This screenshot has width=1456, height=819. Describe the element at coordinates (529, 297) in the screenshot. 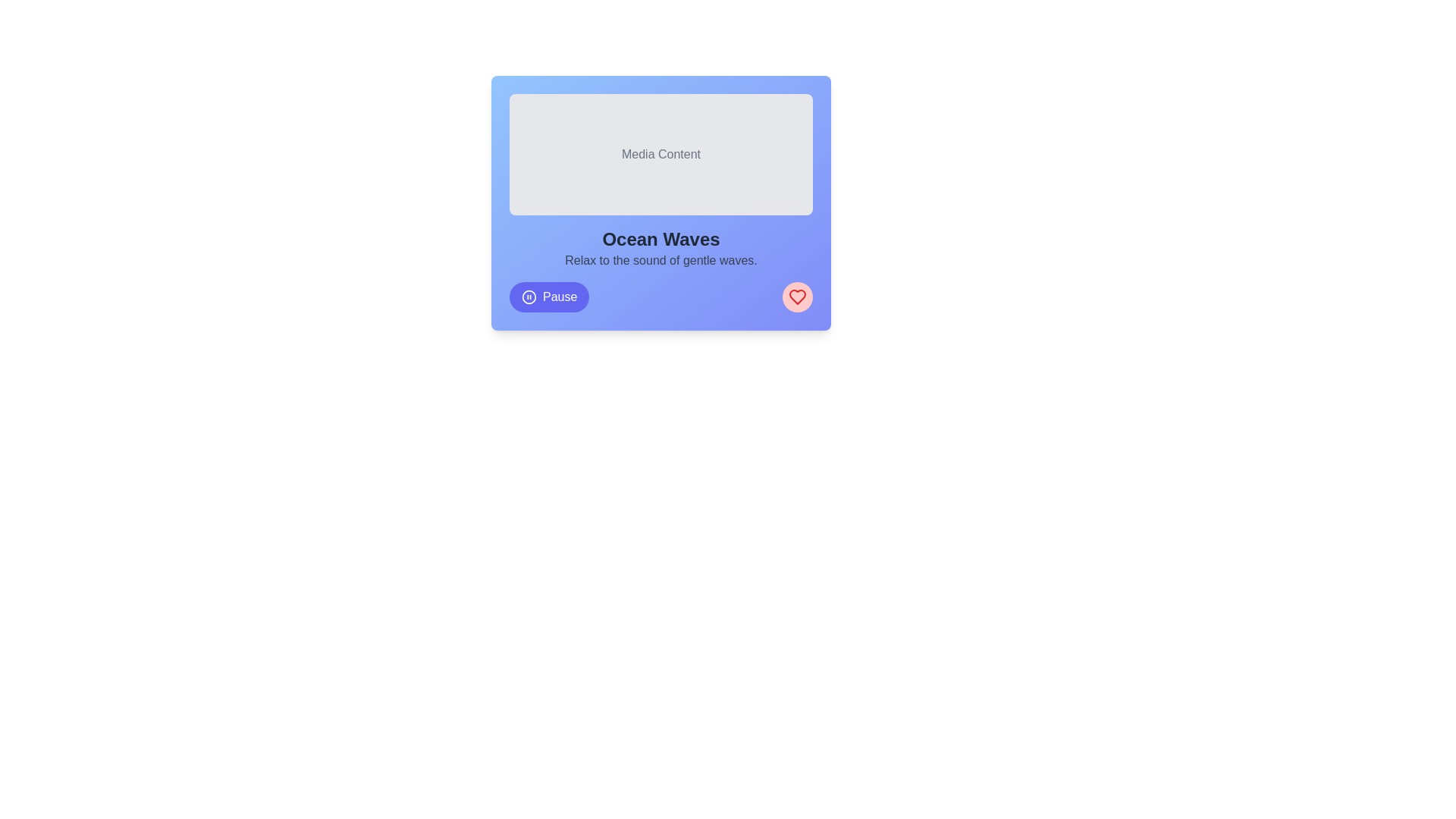

I see `the circular pause icon located within the button labeled 'Pause' on the bottom-left portion of the blue-colored card interface` at that location.